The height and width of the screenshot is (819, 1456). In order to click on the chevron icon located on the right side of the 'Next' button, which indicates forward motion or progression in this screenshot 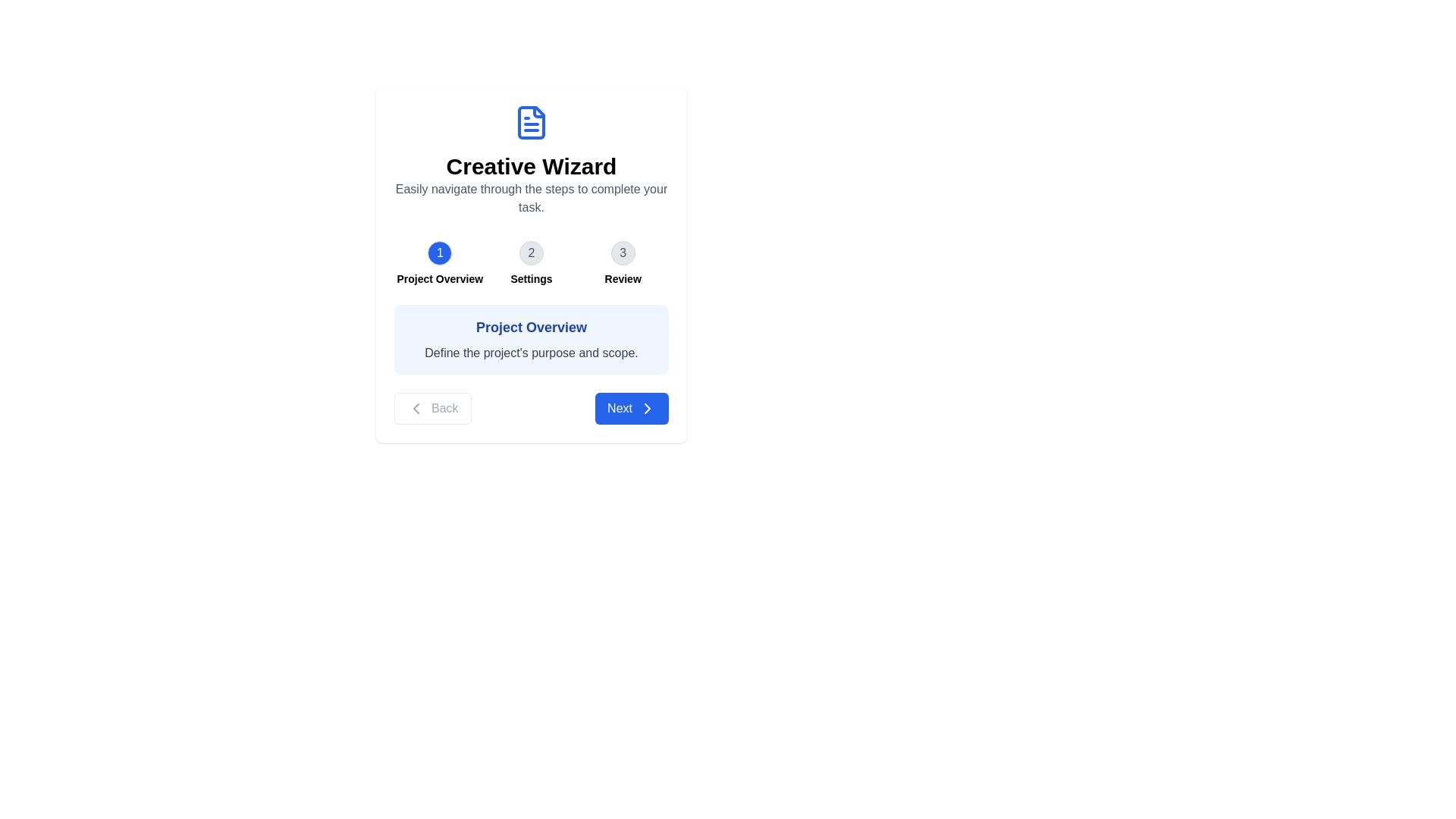, I will do `click(648, 408)`.